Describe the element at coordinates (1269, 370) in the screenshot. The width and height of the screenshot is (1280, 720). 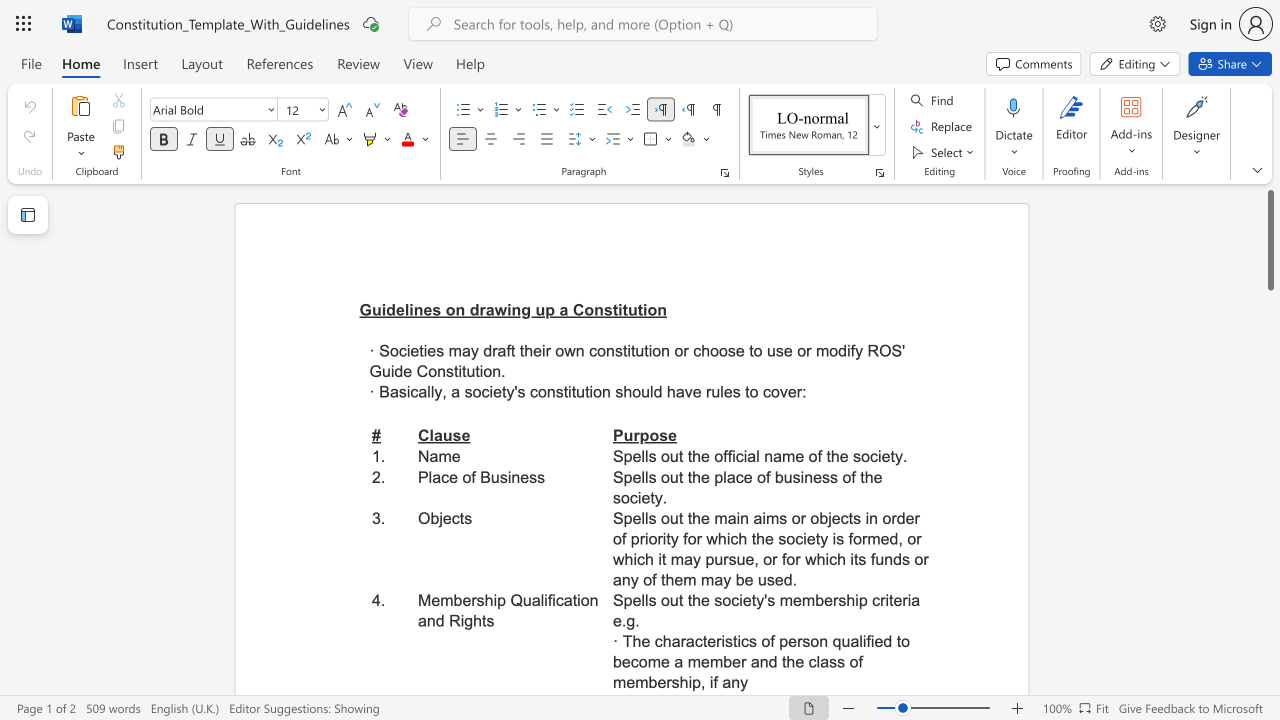
I see `the right-hand scrollbar to descend the page` at that location.